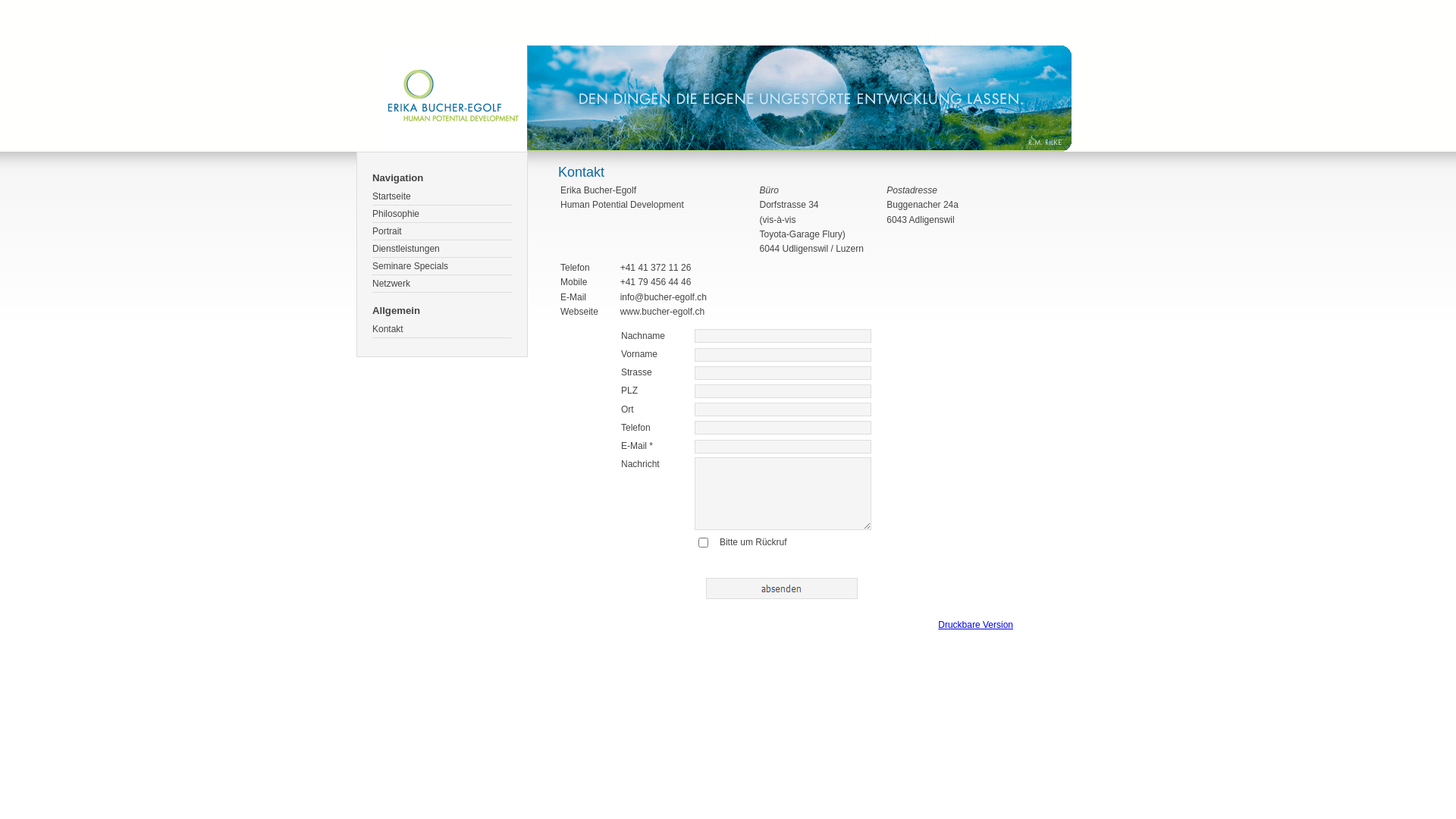  I want to click on 'Portrait', so click(441, 231).